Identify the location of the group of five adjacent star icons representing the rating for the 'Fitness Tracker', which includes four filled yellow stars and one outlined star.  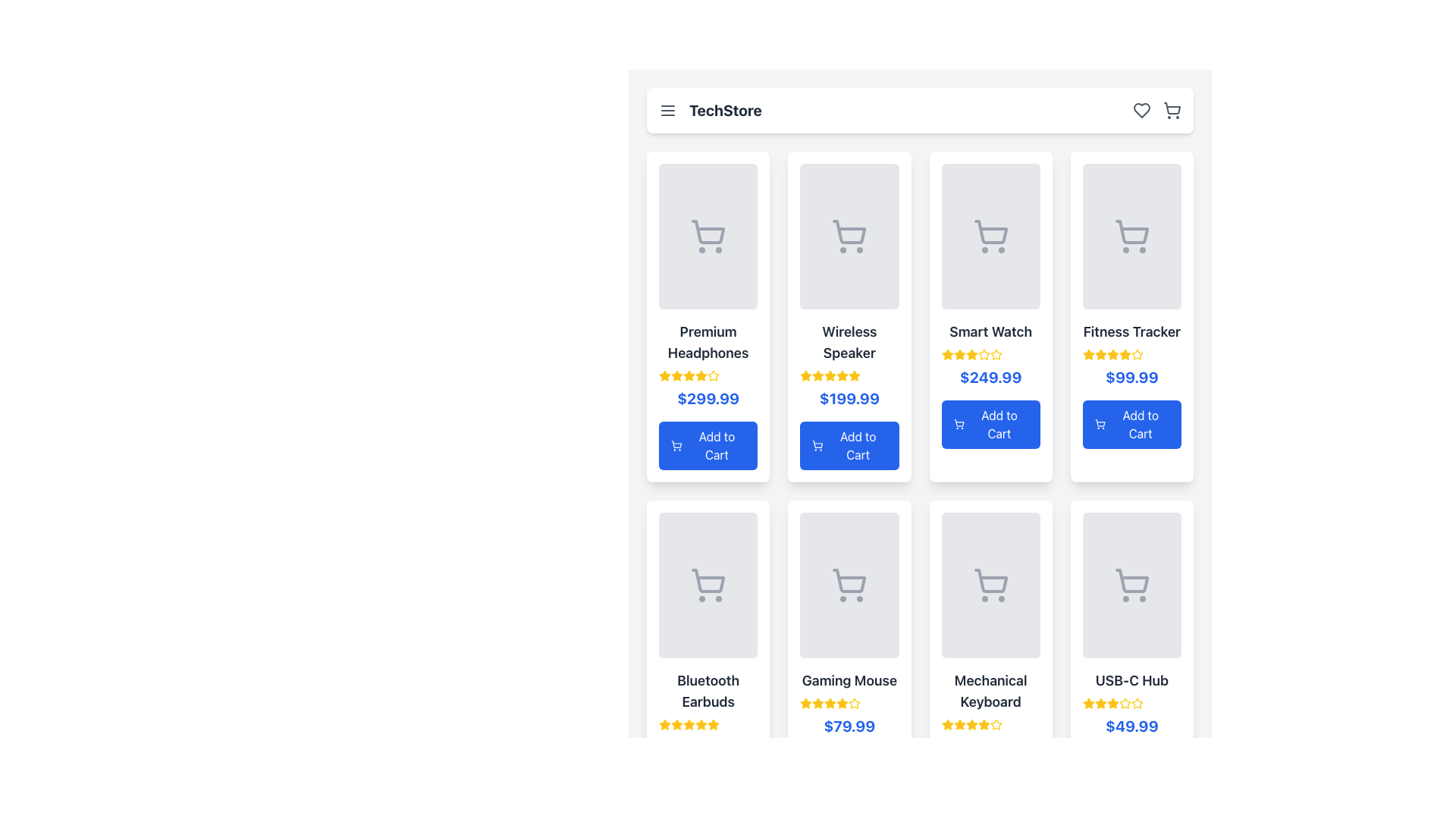
(1131, 354).